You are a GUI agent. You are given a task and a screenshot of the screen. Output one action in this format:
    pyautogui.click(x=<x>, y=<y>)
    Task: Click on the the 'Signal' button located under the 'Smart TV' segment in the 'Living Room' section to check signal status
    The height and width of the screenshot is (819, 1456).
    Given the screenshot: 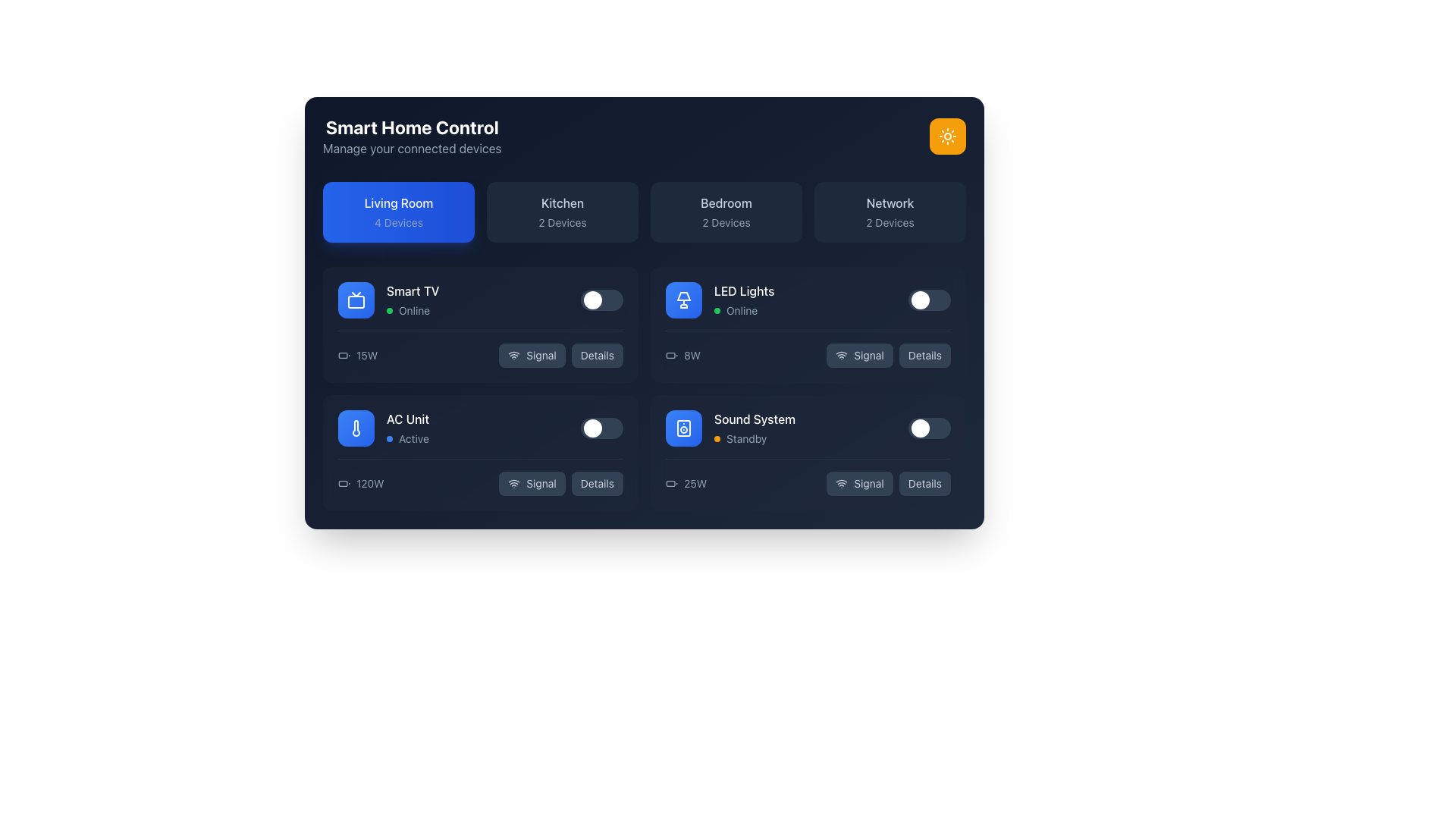 What is the action you would take?
    pyautogui.click(x=479, y=356)
    